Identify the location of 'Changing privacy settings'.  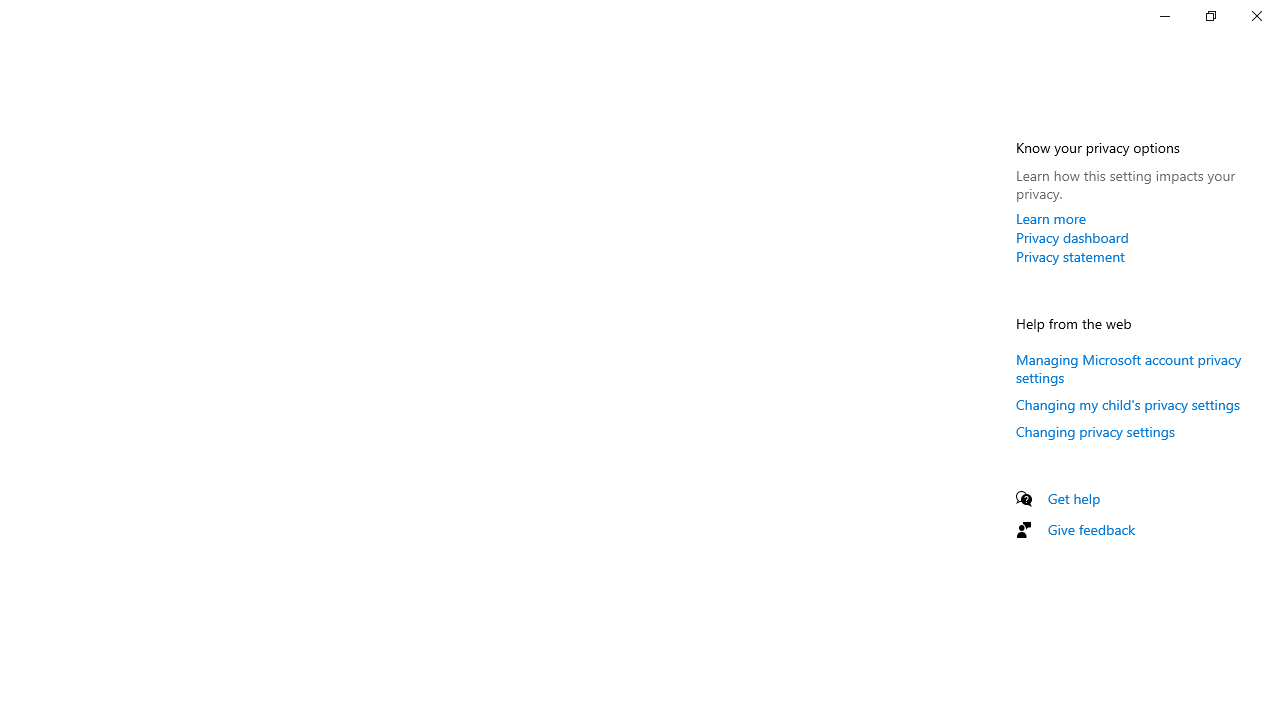
(1094, 430).